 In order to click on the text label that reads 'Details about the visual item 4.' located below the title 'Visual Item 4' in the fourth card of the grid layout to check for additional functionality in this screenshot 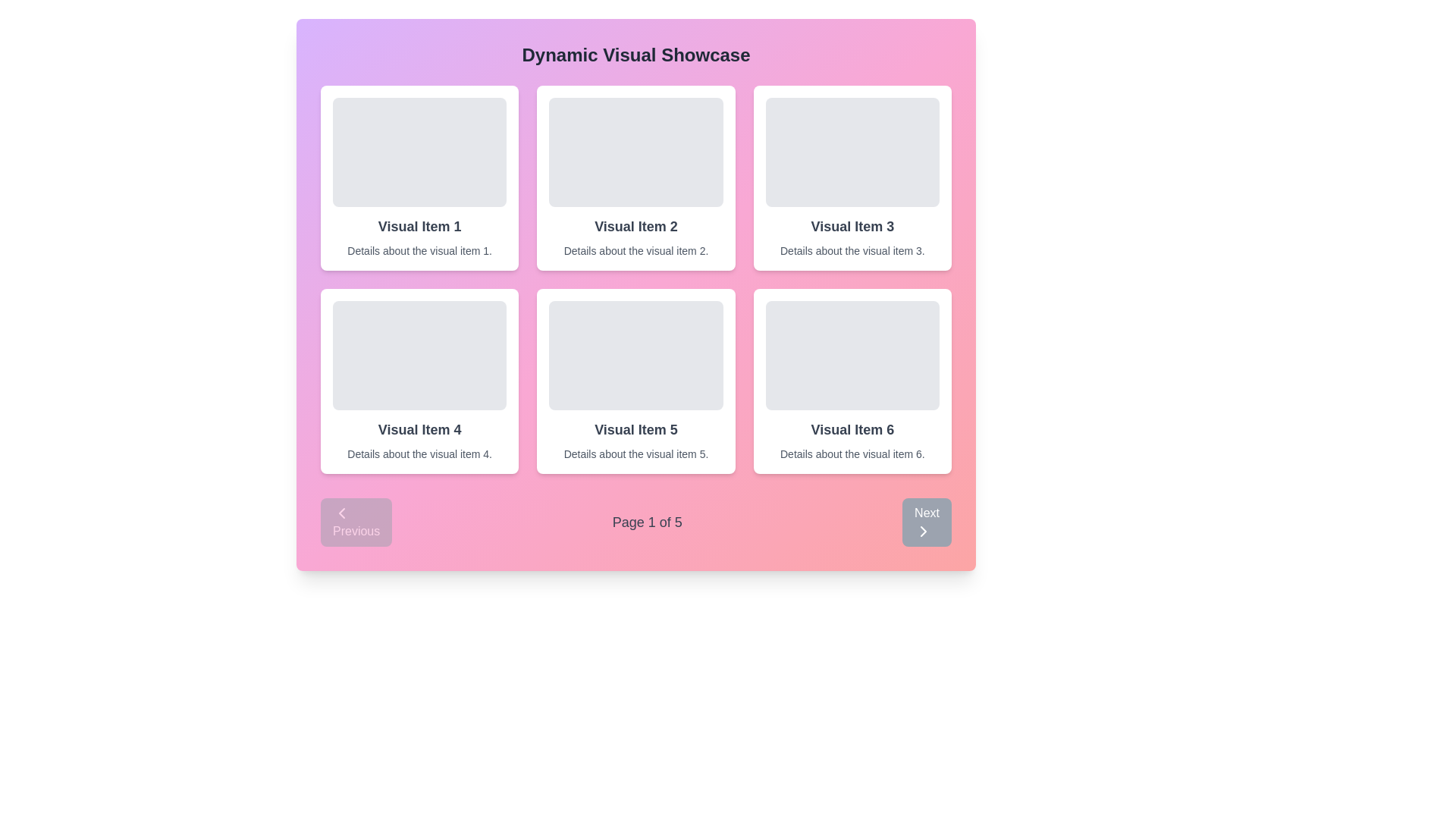, I will do `click(419, 453)`.